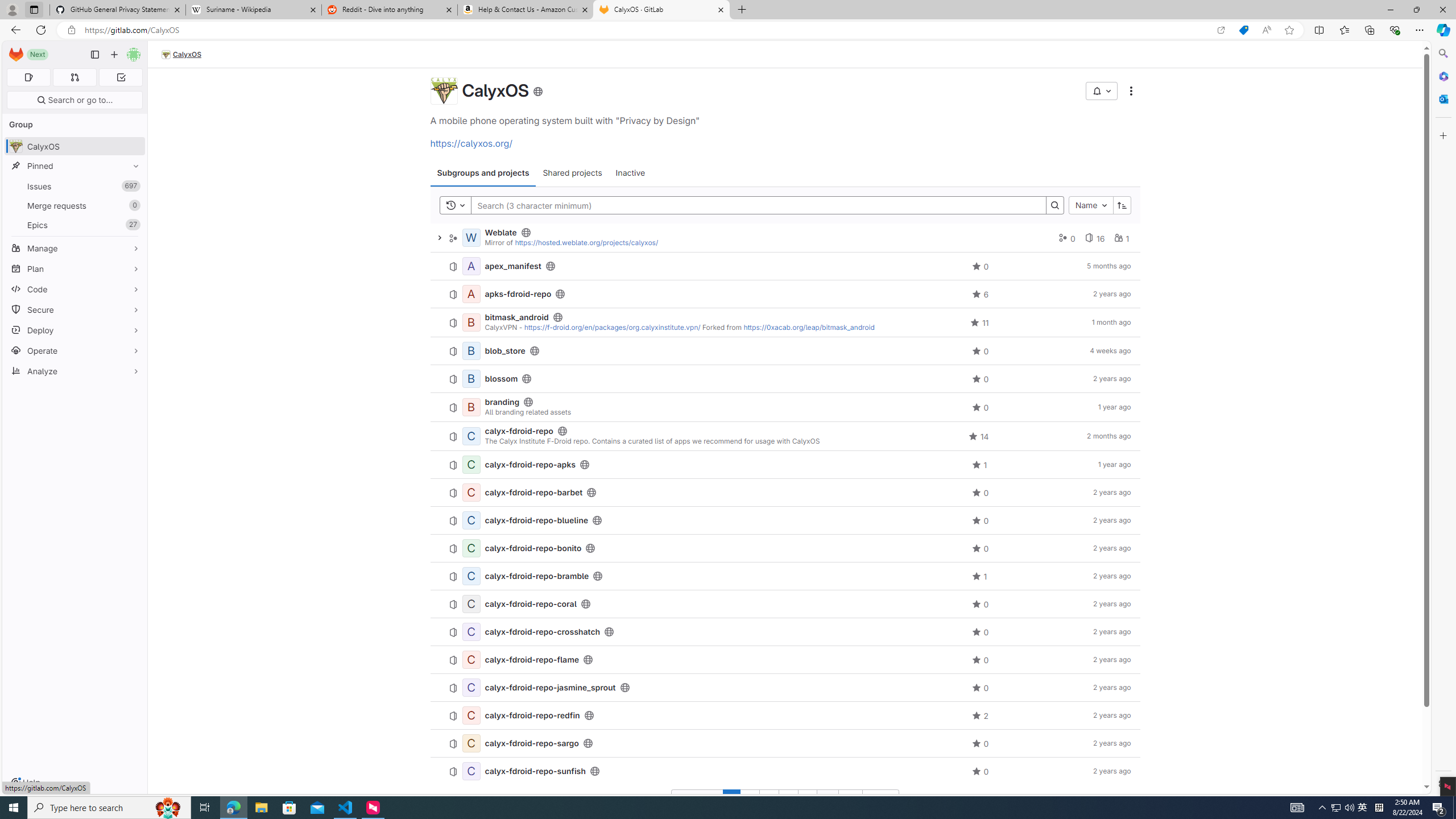 Image resolution: width=1456 pixels, height=819 pixels. Describe the element at coordinates (531, 742) in the screenshot. I see `'calyx-fdroid-repo-sargo'` at that location.